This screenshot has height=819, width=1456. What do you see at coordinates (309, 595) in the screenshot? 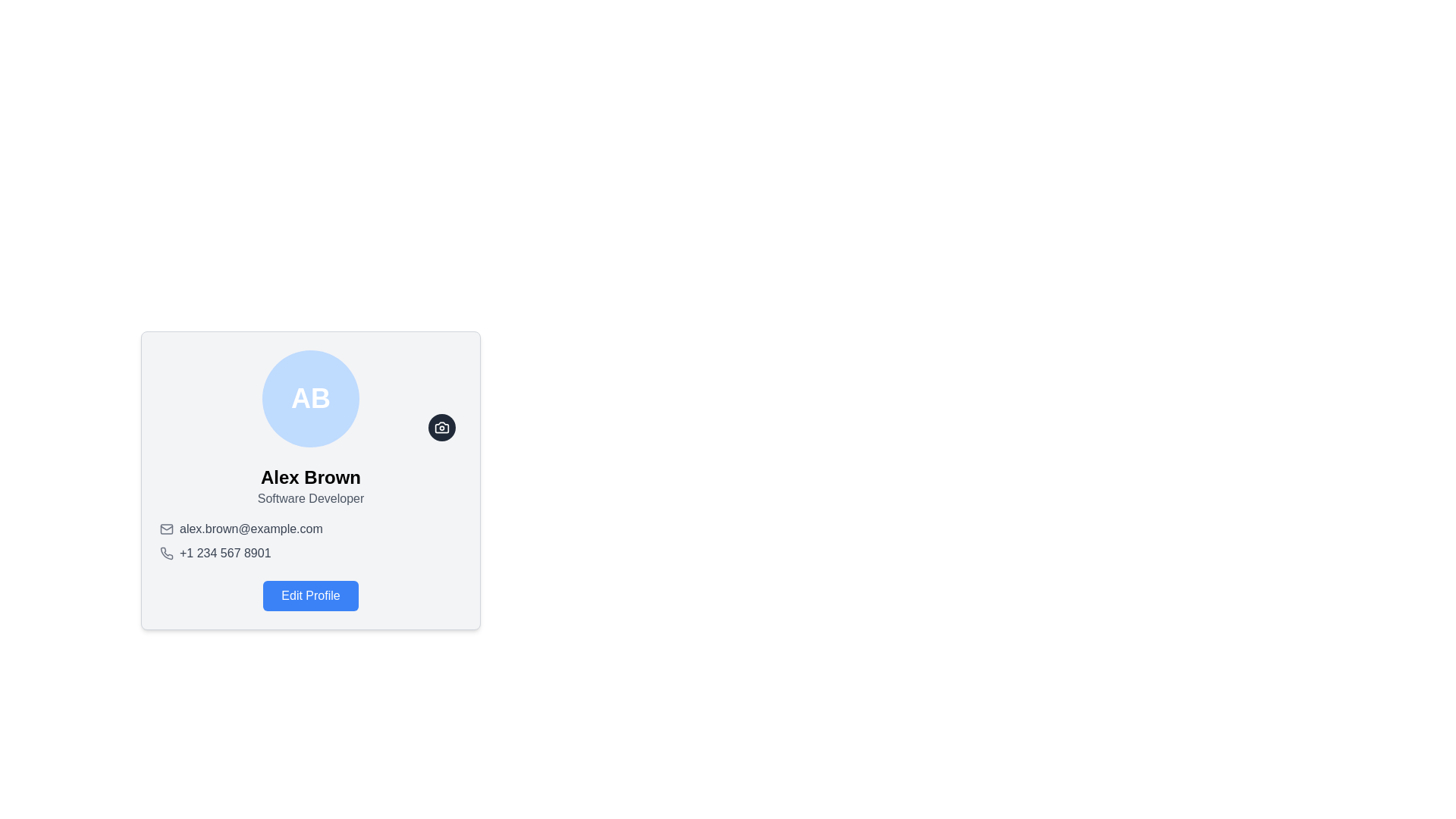
I see `the 'Edit Profile' button, which is a rectangular button with bold white text on a bright blue background located centrally at the bottom of the profile section` at bounding box center [309, 595].